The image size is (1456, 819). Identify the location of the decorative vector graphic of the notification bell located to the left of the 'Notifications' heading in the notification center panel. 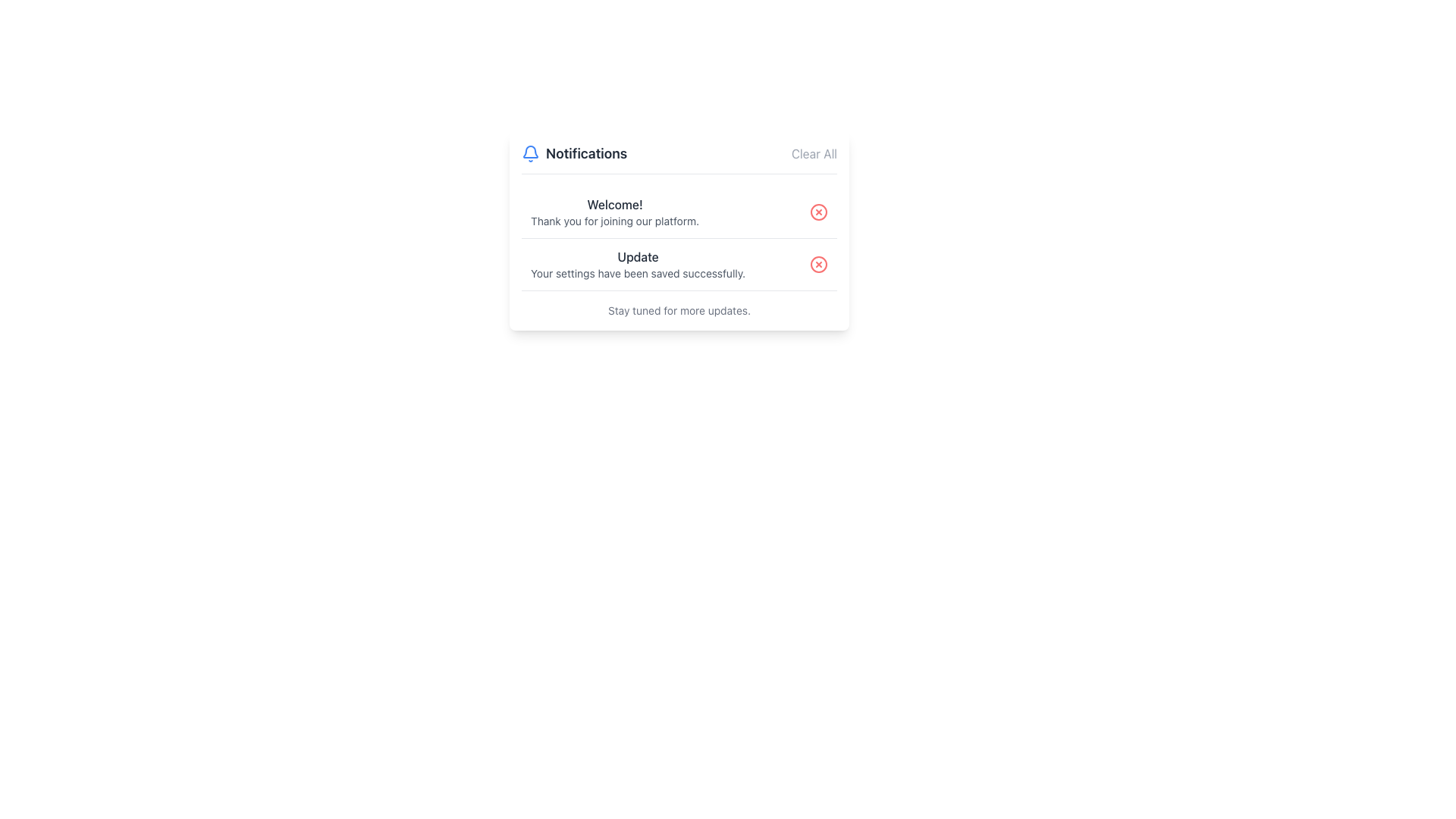
(531, 152).